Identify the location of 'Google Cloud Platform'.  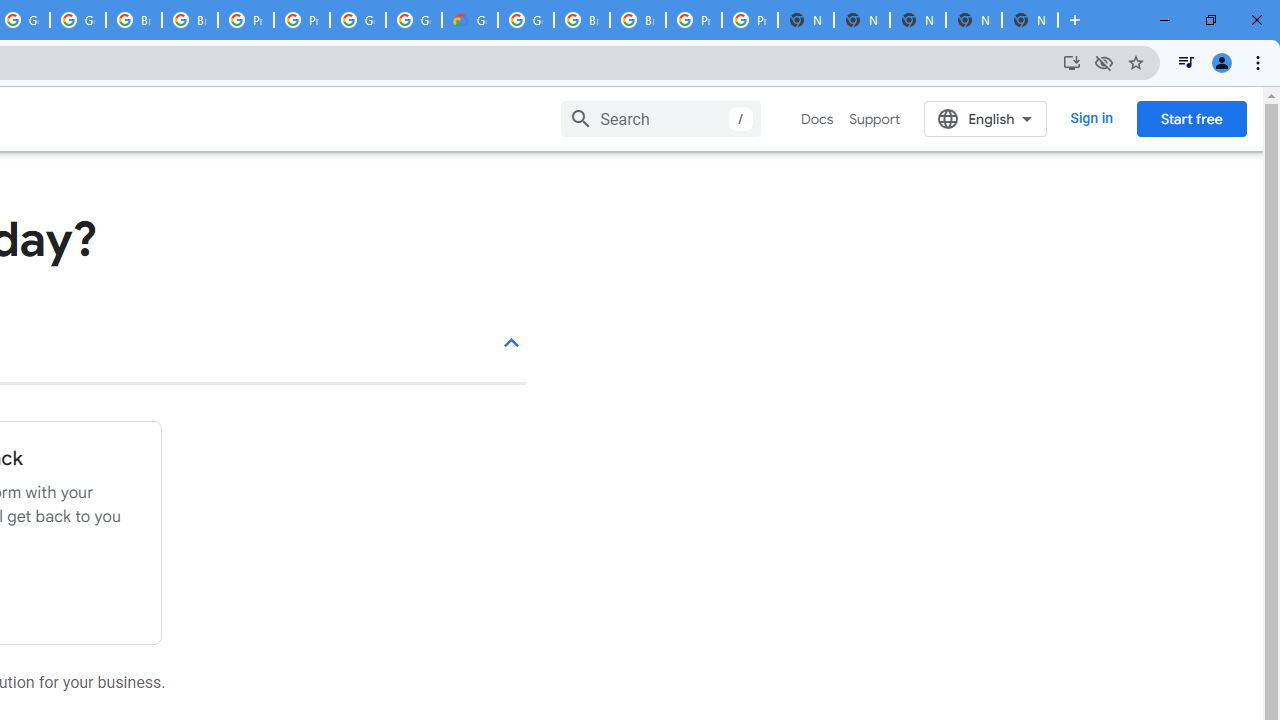
(526, 20).